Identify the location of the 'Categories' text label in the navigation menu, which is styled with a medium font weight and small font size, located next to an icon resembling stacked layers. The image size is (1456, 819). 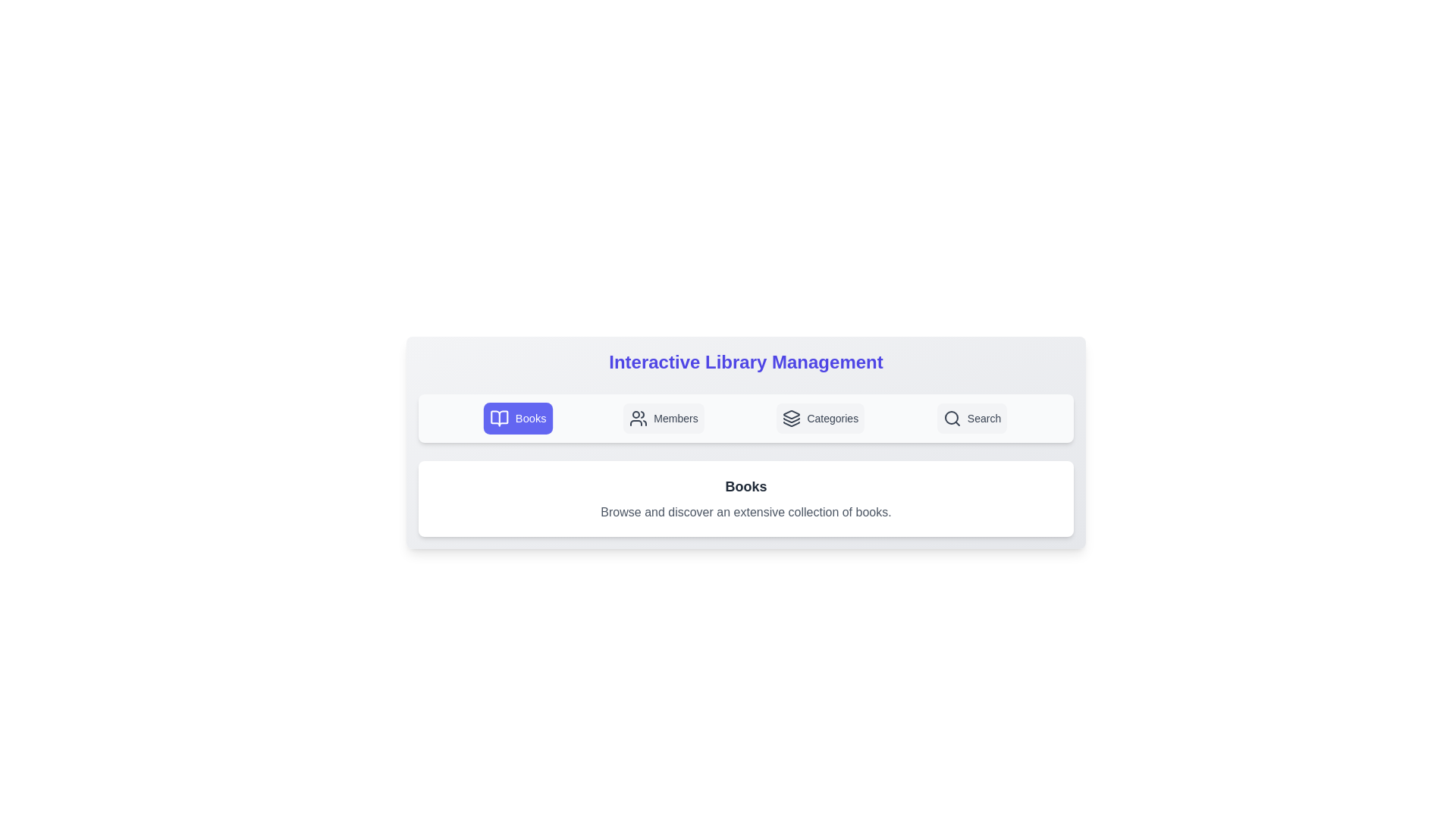
(832, 418).